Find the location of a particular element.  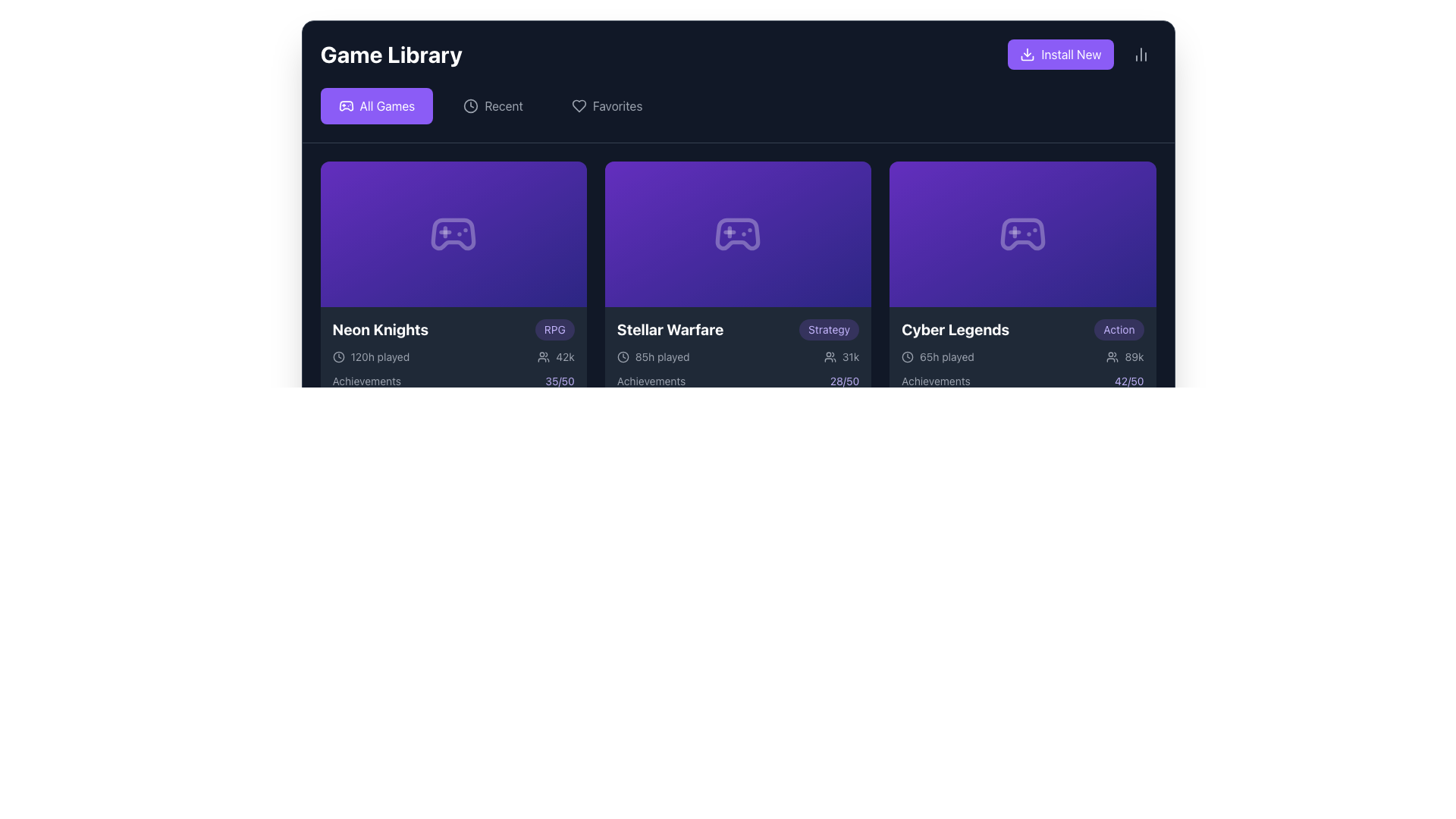

the gaming icon in the second card labeled 'Stellar Warfare' in the game library interface is located at coordinates (738, 234).